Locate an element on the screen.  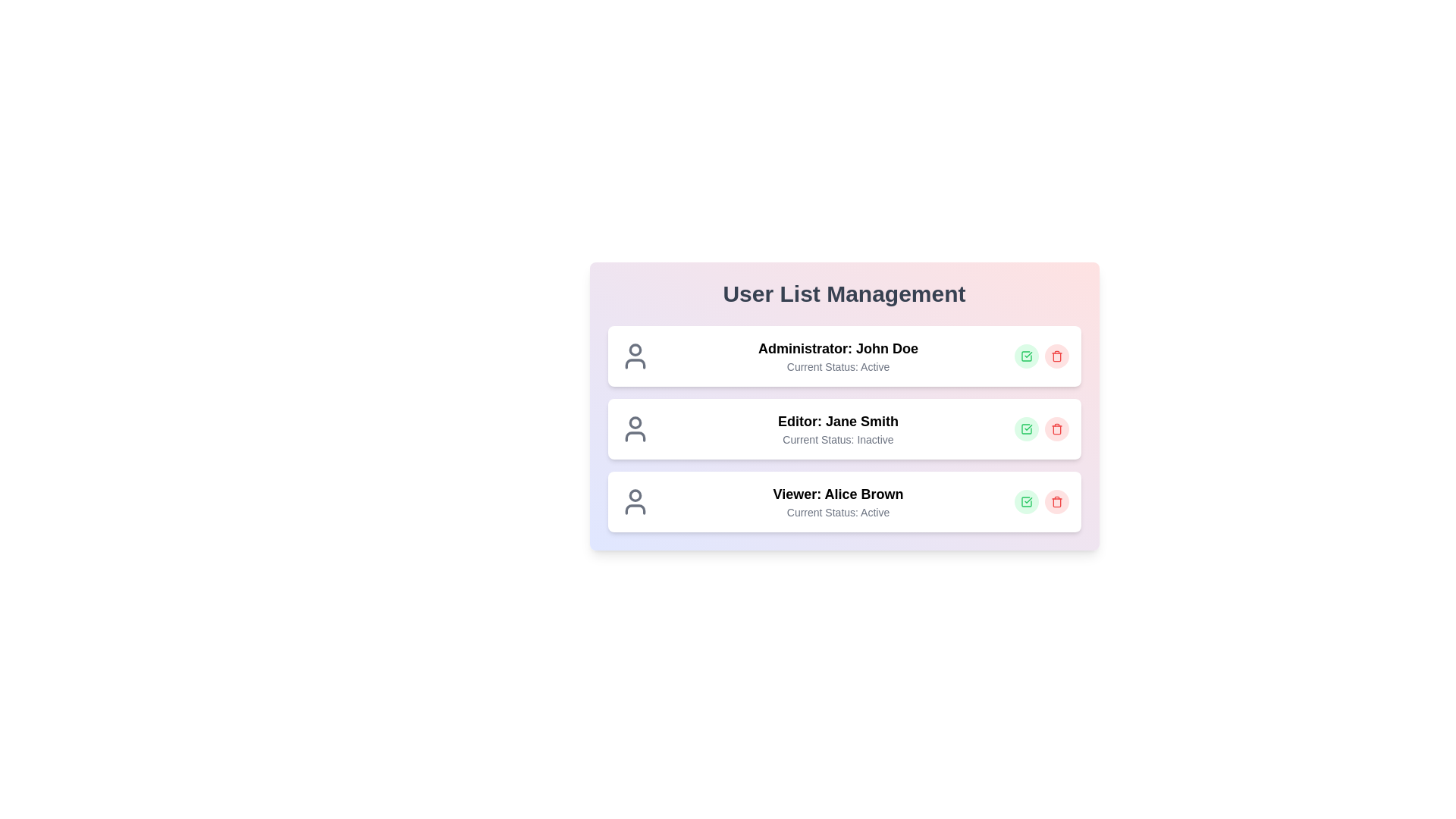
the status represented by the square-shaped icon with rounded edges, located to the right of the text 'Administrator: John Doe' is located at coordinates (1026, 356).